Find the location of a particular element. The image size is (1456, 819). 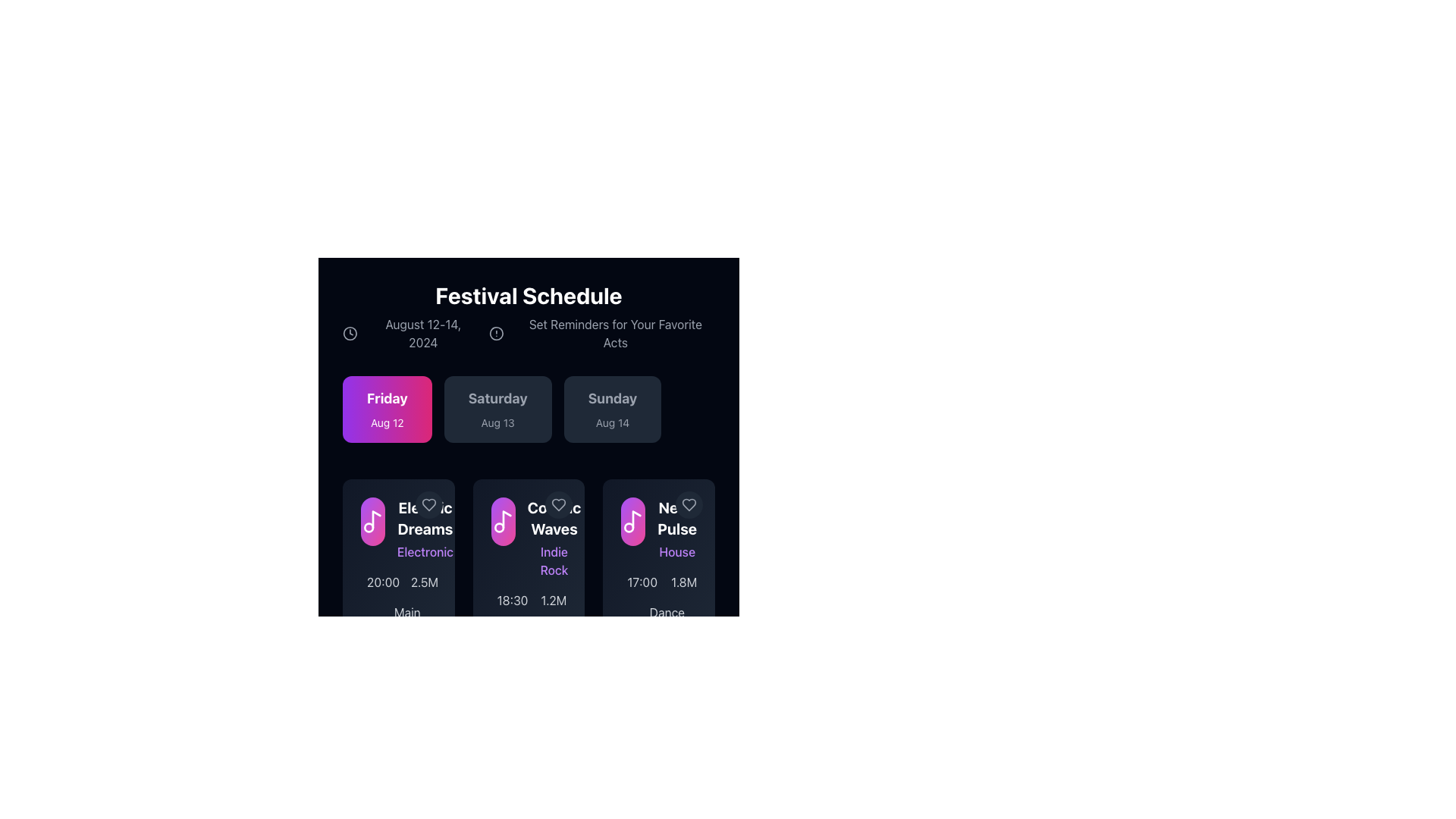

the text label displaying 'Sunday', which is bold, large, and gray, located in the third box of three date-related boxes, positioned horizontally with 'Friday' and 'Saturday' to its left is located at coordinates (612, 397).